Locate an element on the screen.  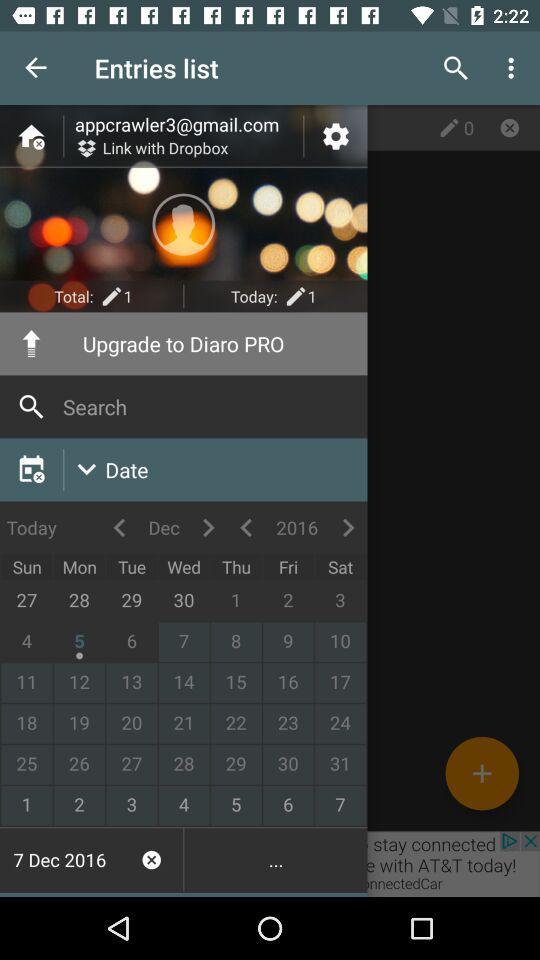
the add icon is located at coordinates (481, 772).